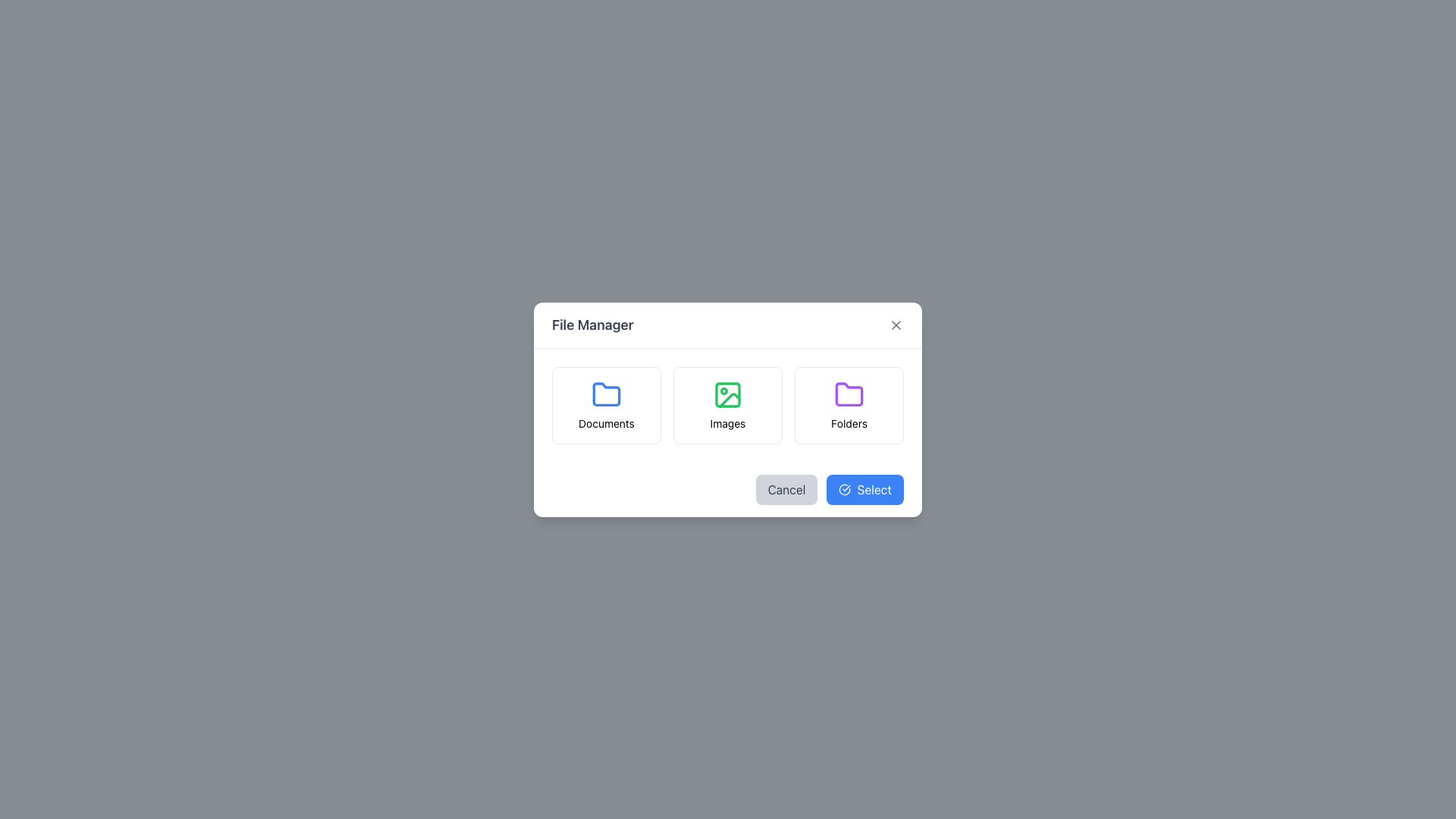 The width and height of the screenshot is (1456, 819). What do you see at coordinates (728, 423) in the screenshot?
I see `label text that identifies the 'Images' section, located centrally in the modal dialog below the green image icon` at bounding box center [728, 423].